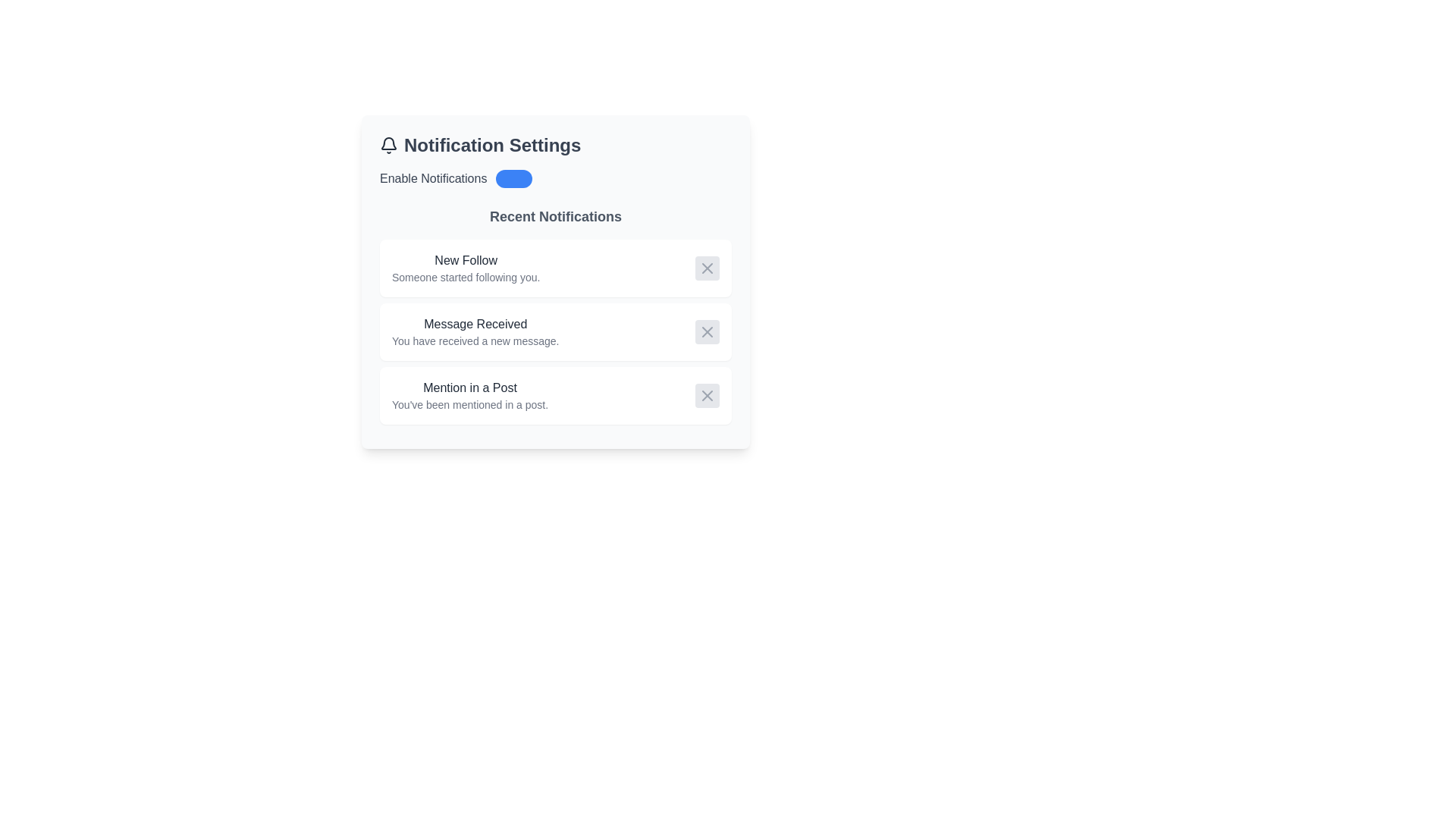  Describe the element at coordinates (469, 394) in the screenshot. I see `the notification titled 'Mention in a Post' which is the third entry in the 'Recent Notifications' list` at that location.